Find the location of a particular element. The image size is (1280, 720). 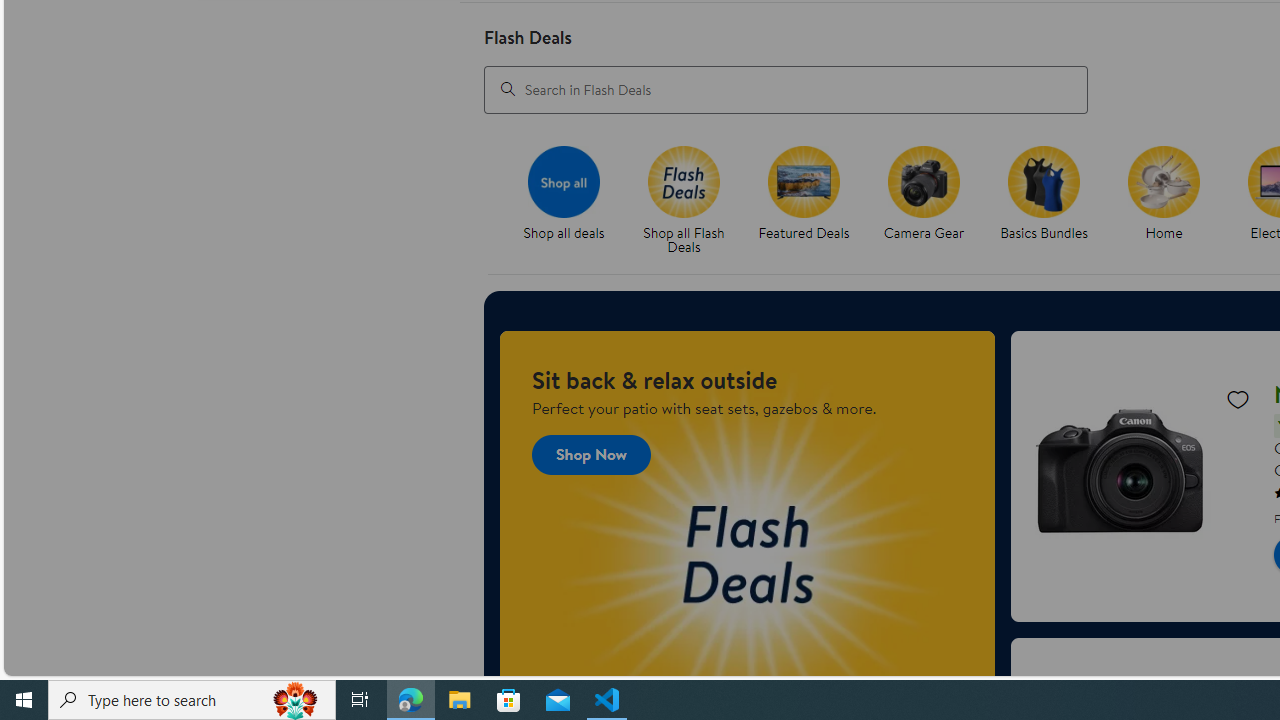

'Search in Flash Deals' is located at coordinates (784, 88).